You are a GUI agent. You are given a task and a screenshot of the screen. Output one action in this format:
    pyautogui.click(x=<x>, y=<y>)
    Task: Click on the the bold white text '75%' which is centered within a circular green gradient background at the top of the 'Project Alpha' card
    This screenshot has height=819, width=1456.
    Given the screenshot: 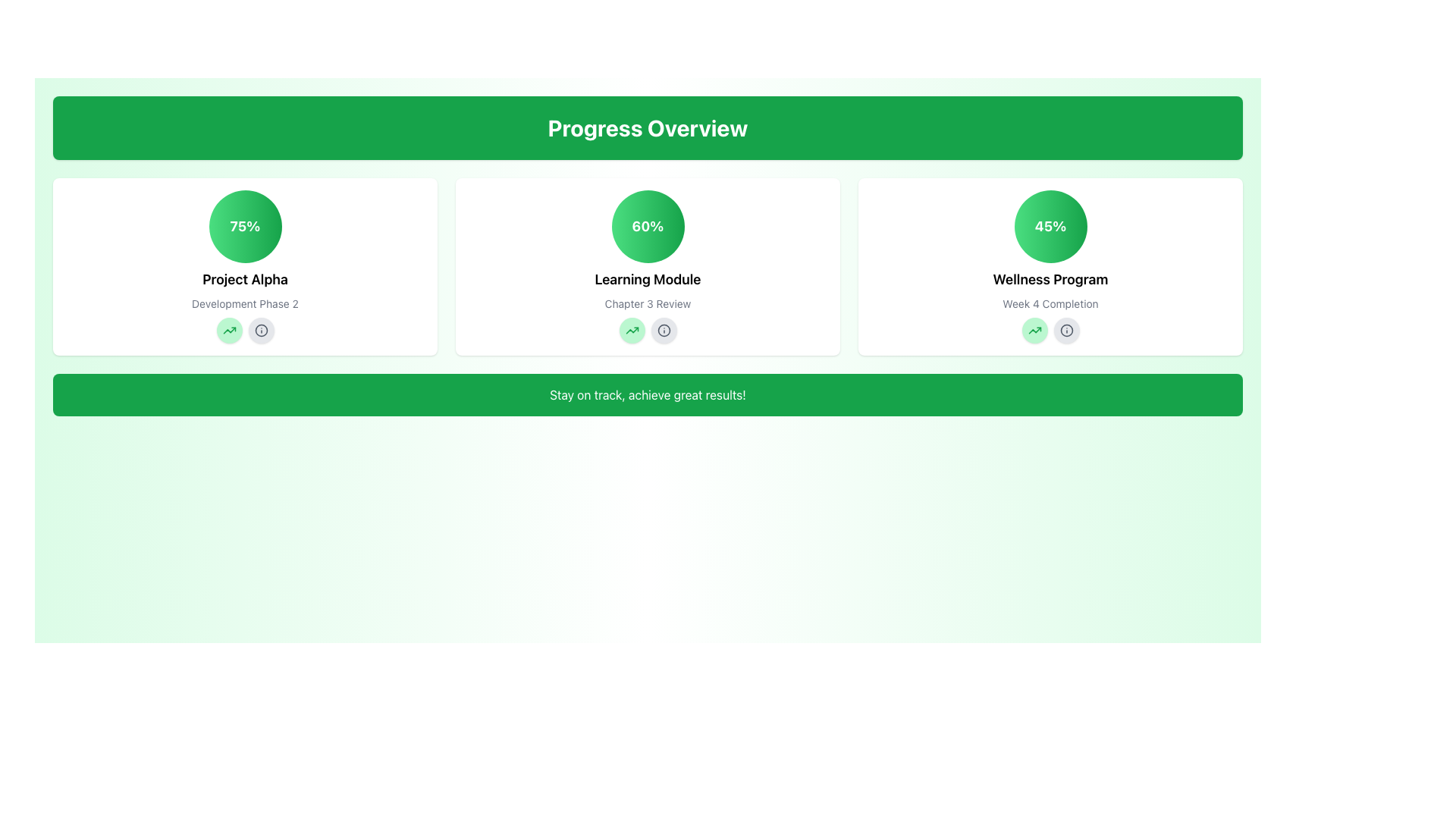 What is the action you would take?
    pyautogui.click(x=245, y=227)
    